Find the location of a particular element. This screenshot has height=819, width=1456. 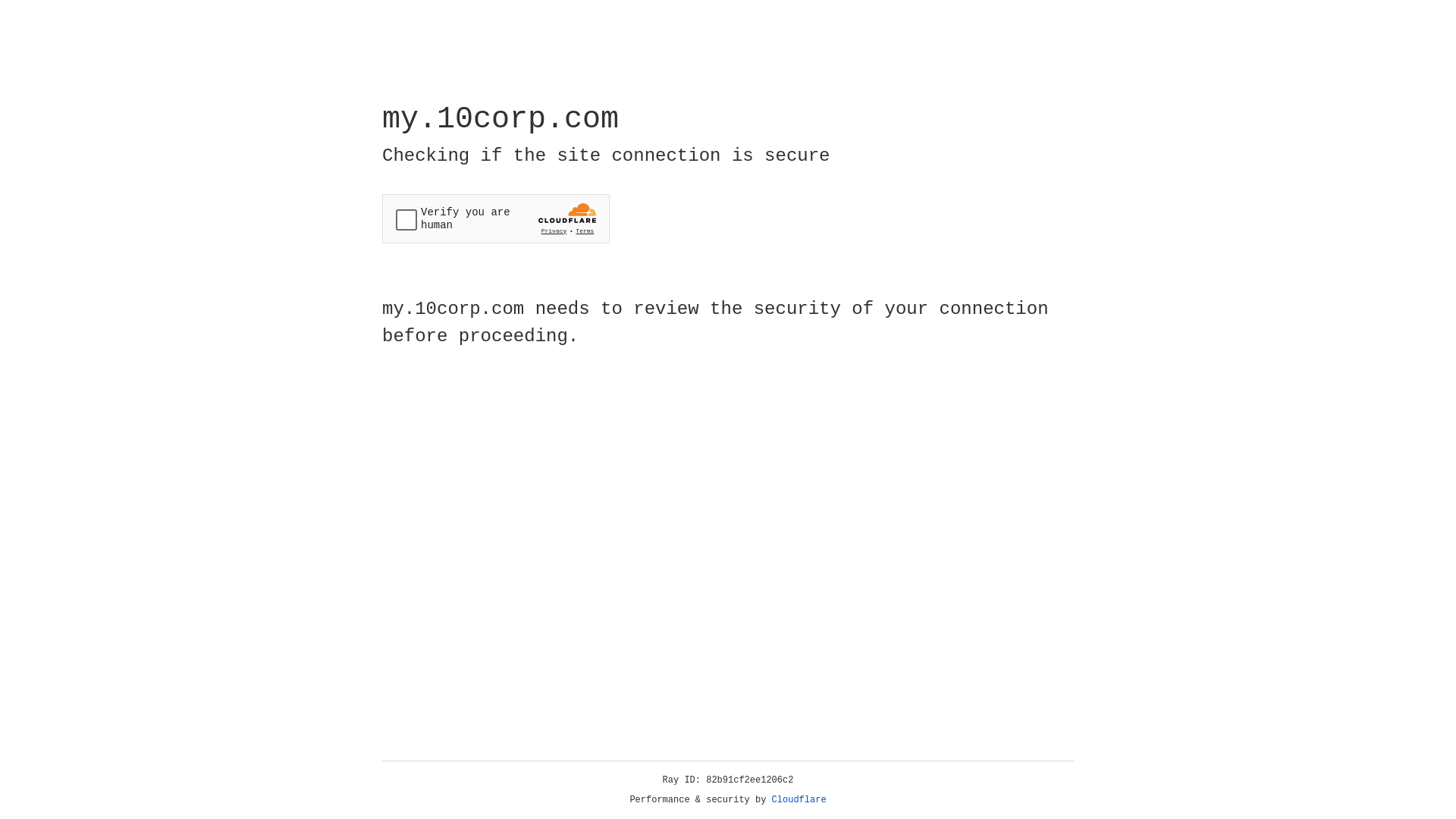

'Widget containing a Cloudflare security challenge' is located at coordinates (495, 218).